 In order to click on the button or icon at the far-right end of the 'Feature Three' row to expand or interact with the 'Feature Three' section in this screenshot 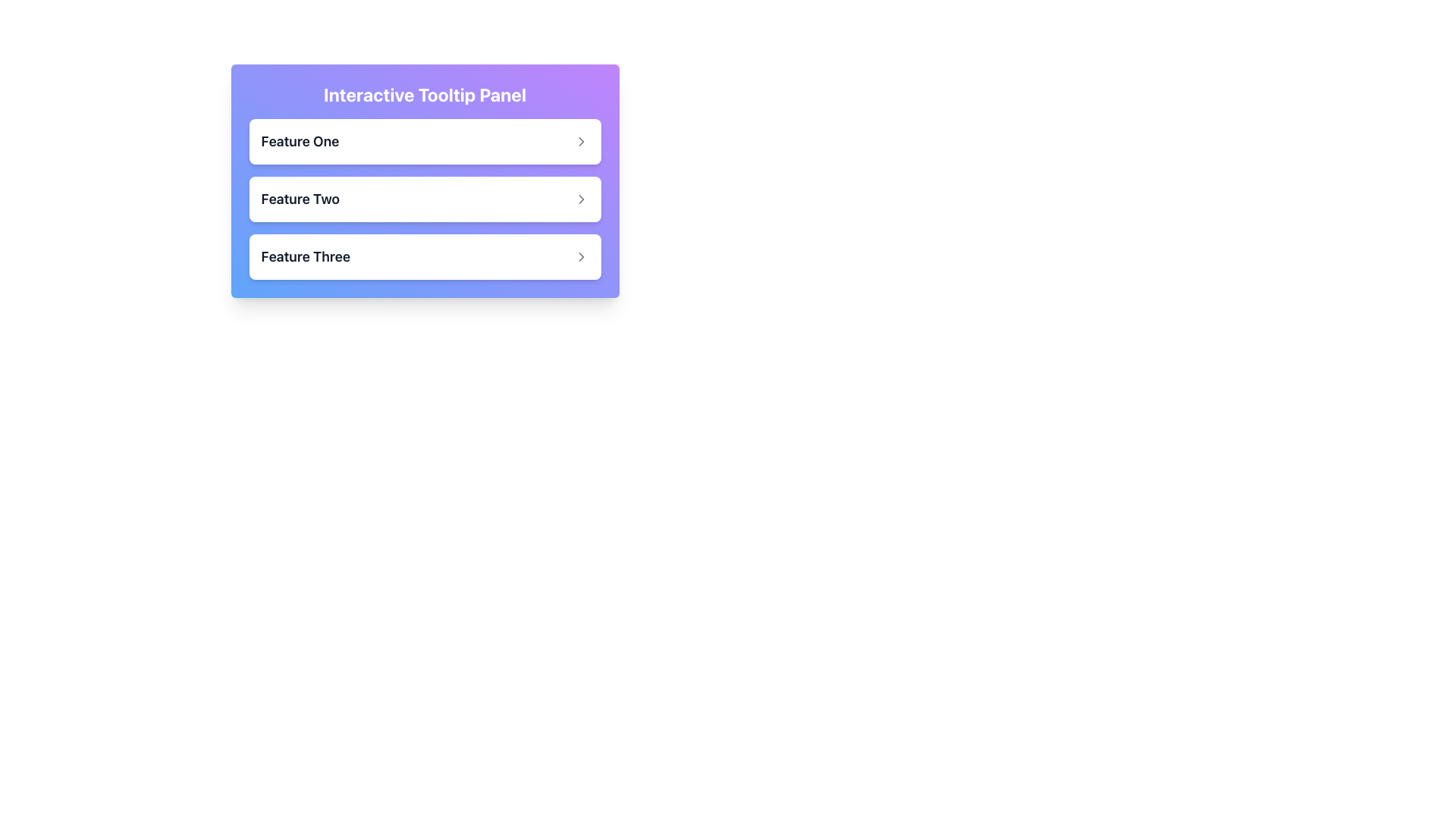, I will do `click(580, 256)`.